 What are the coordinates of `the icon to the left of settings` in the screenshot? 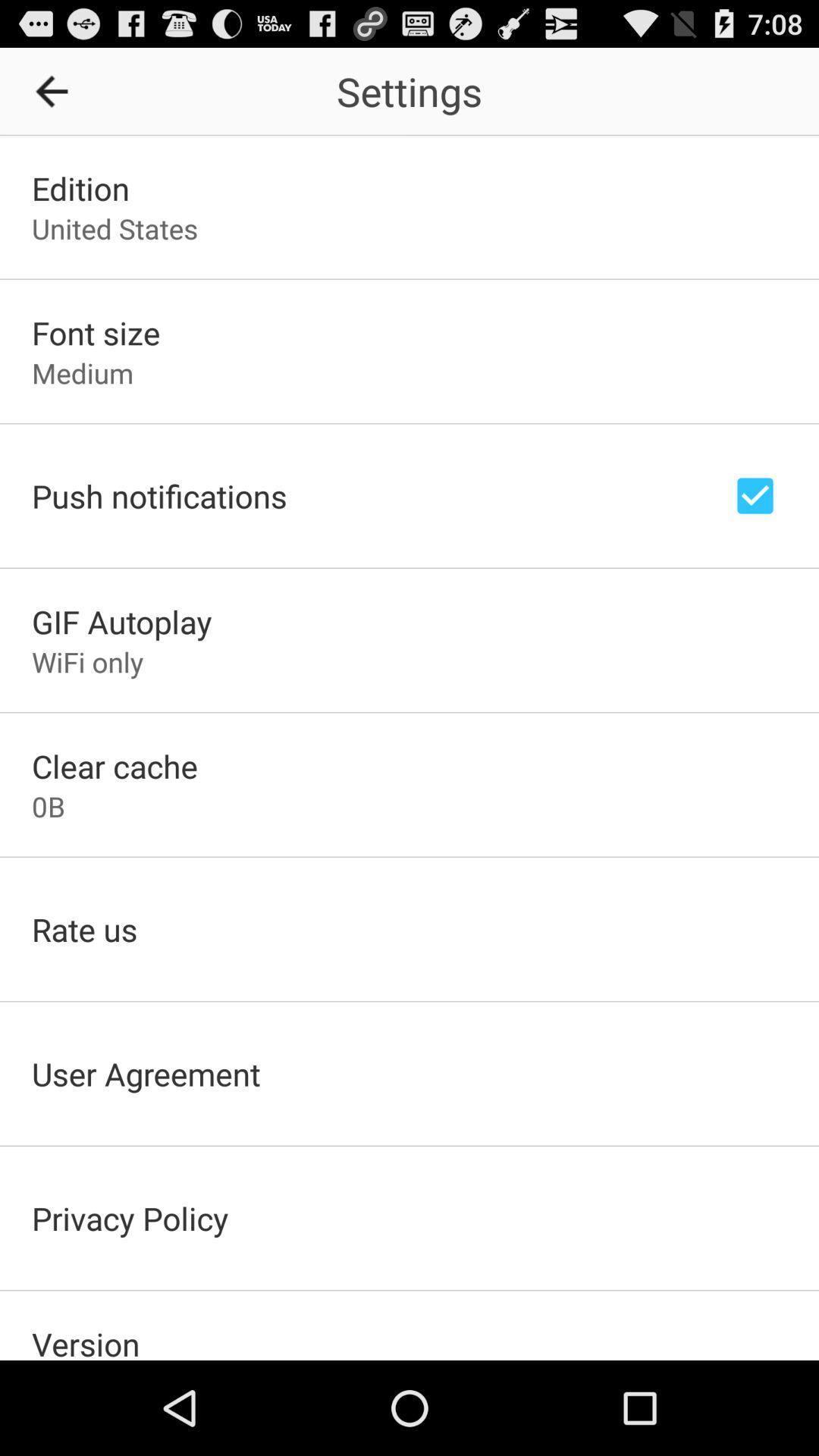 It's located at (56, 90).